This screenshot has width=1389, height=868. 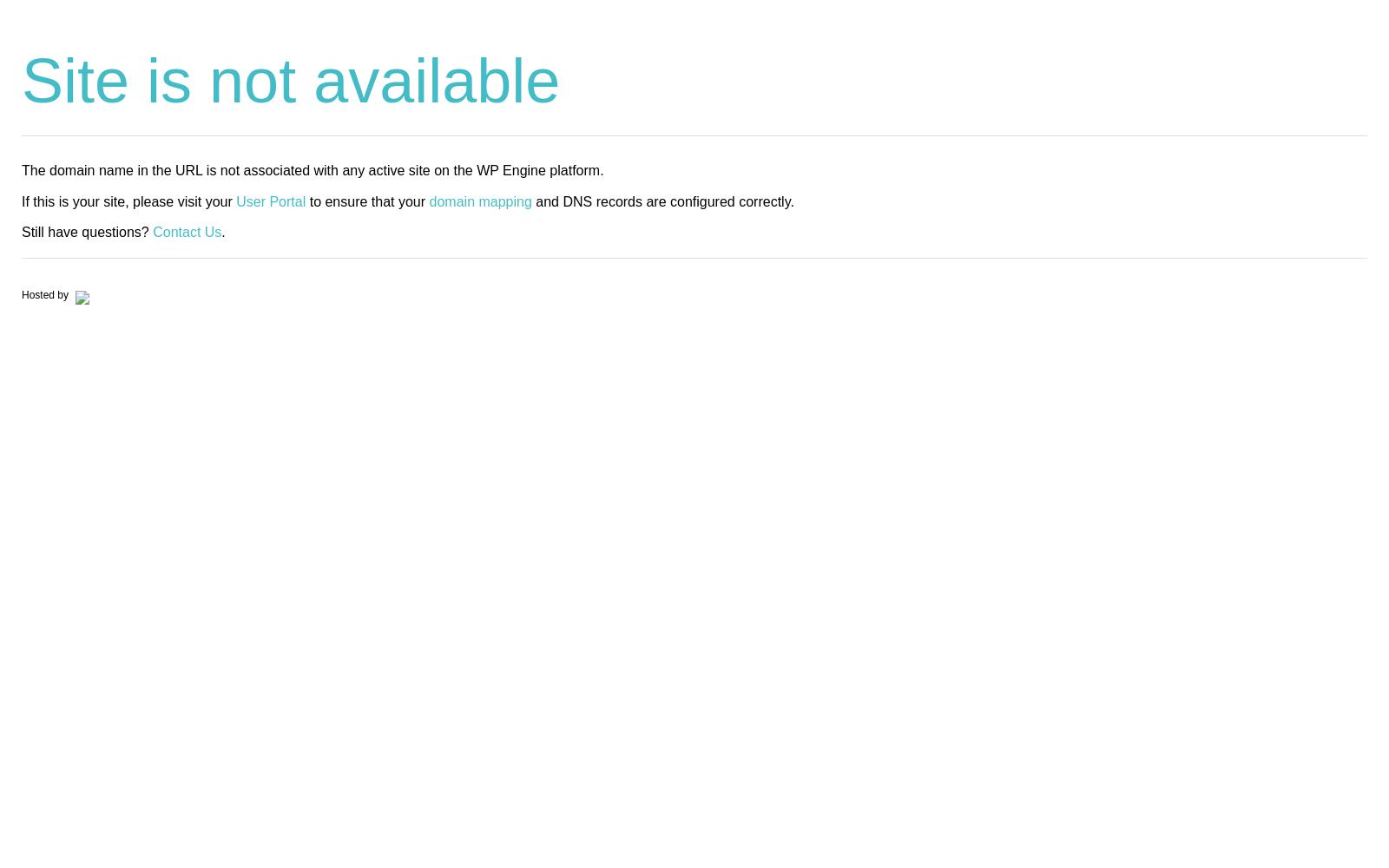 I want to click on 'Hosted by', so click(x=45, y=293).